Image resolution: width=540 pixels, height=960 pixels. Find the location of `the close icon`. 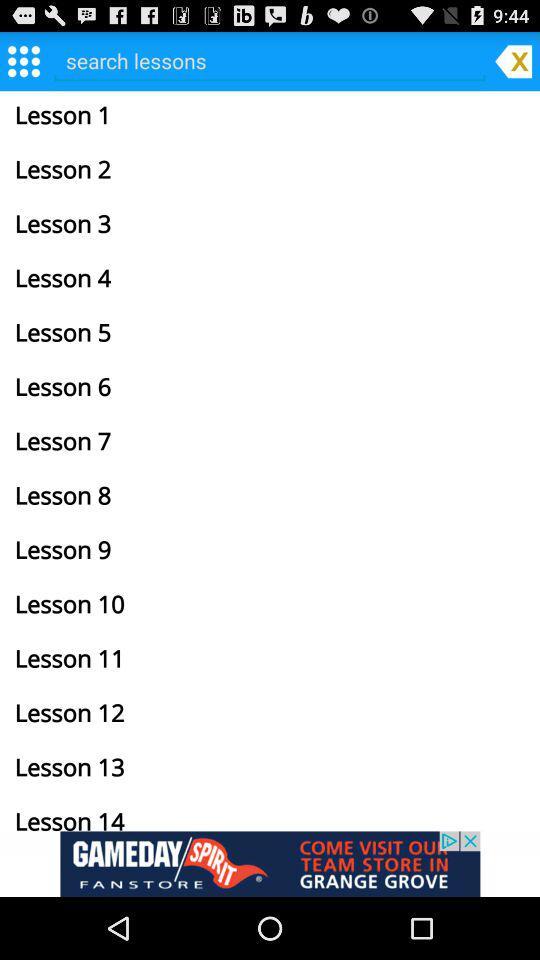

the close icon is located at coordinates (513, 65).